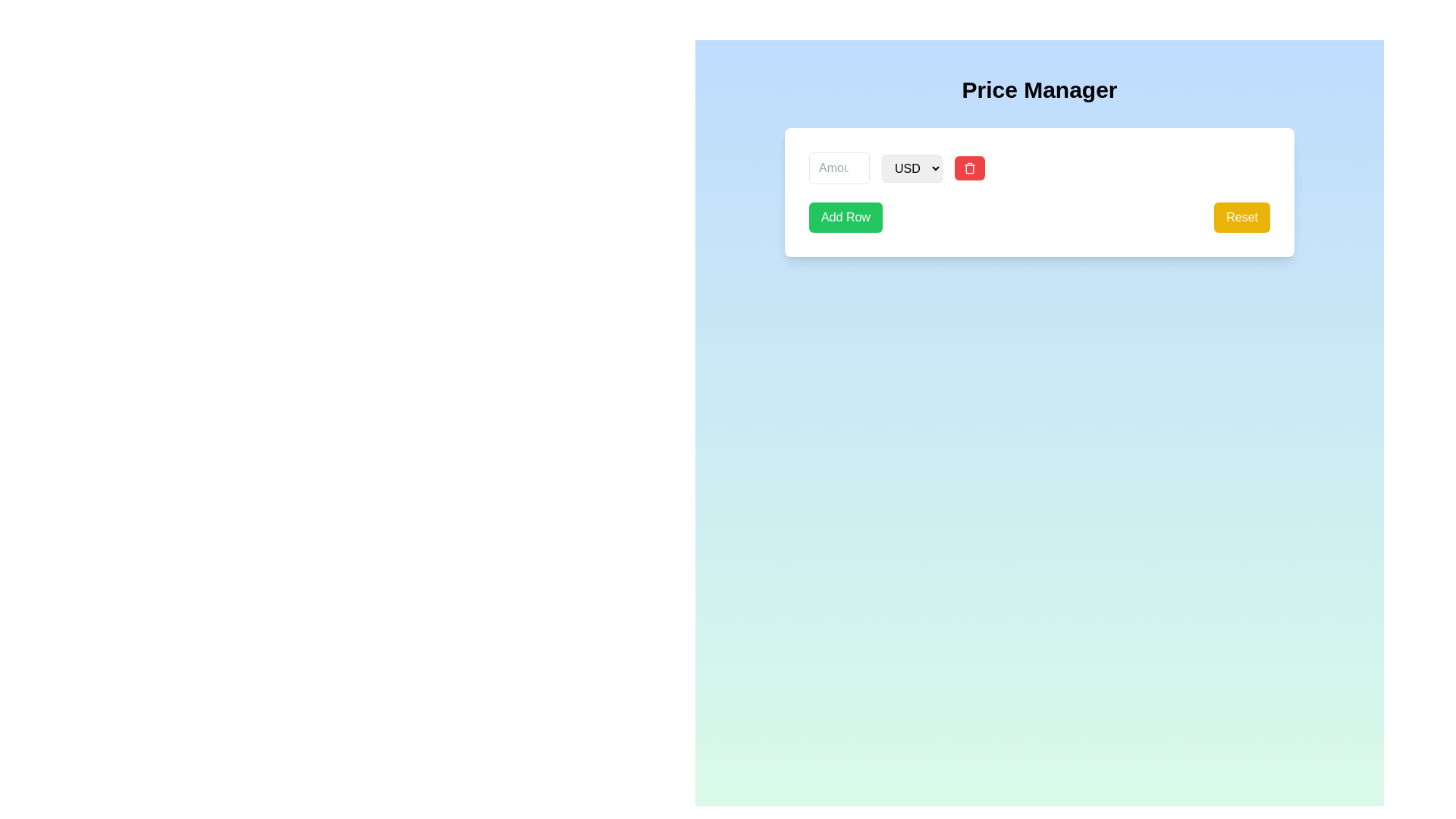  Describe the element at coordinates (968, 168) in the screenshot. I see `the delete button, which is the fourth element in a horizontal group, positioned to the right of a dropdown menu and to the left of the green 'Add Row' button` at that location.